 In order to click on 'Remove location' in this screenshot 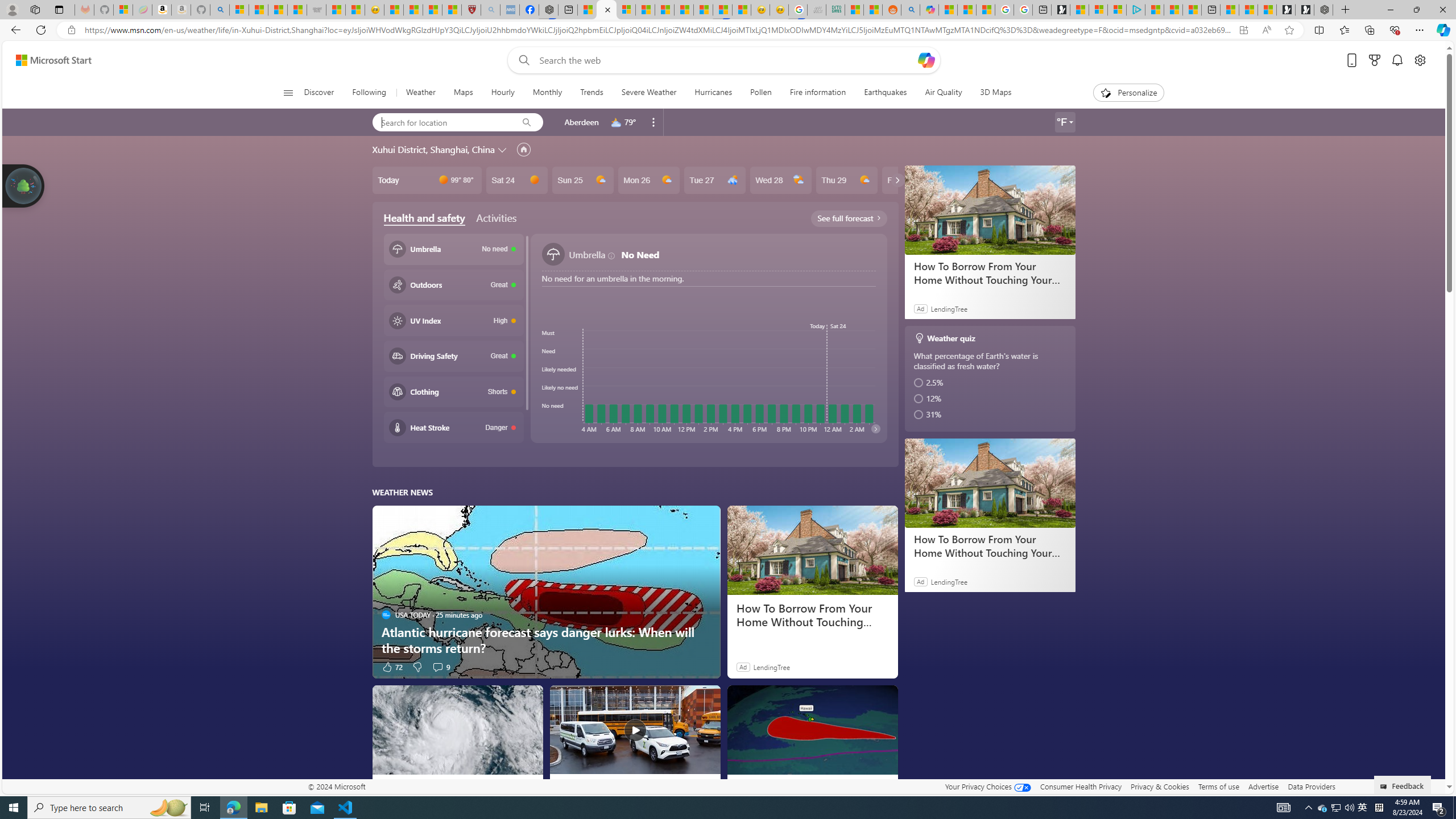, I will do `click(653, 122)`.